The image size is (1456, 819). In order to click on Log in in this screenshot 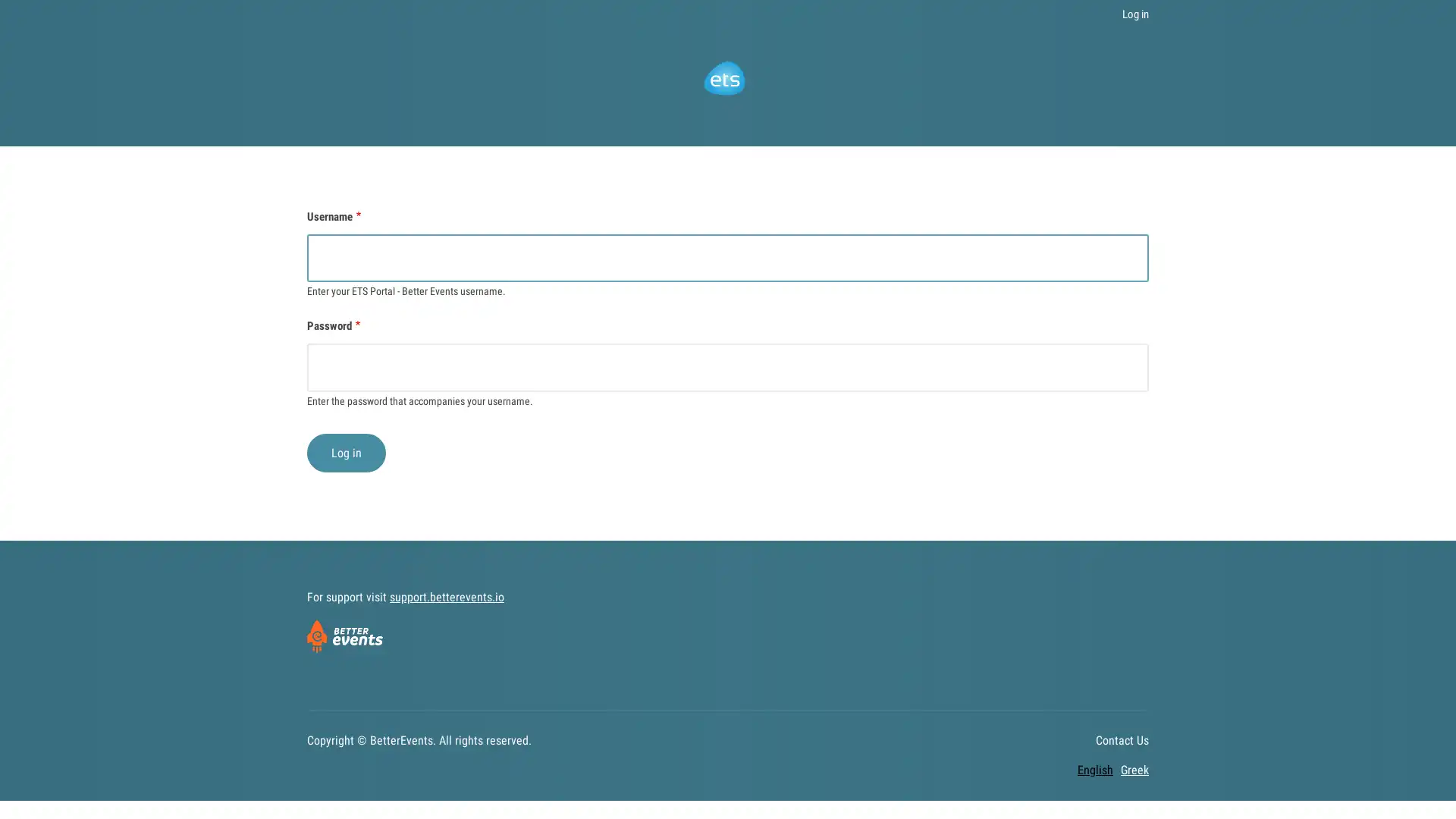, I will do `click(345, 451)`.